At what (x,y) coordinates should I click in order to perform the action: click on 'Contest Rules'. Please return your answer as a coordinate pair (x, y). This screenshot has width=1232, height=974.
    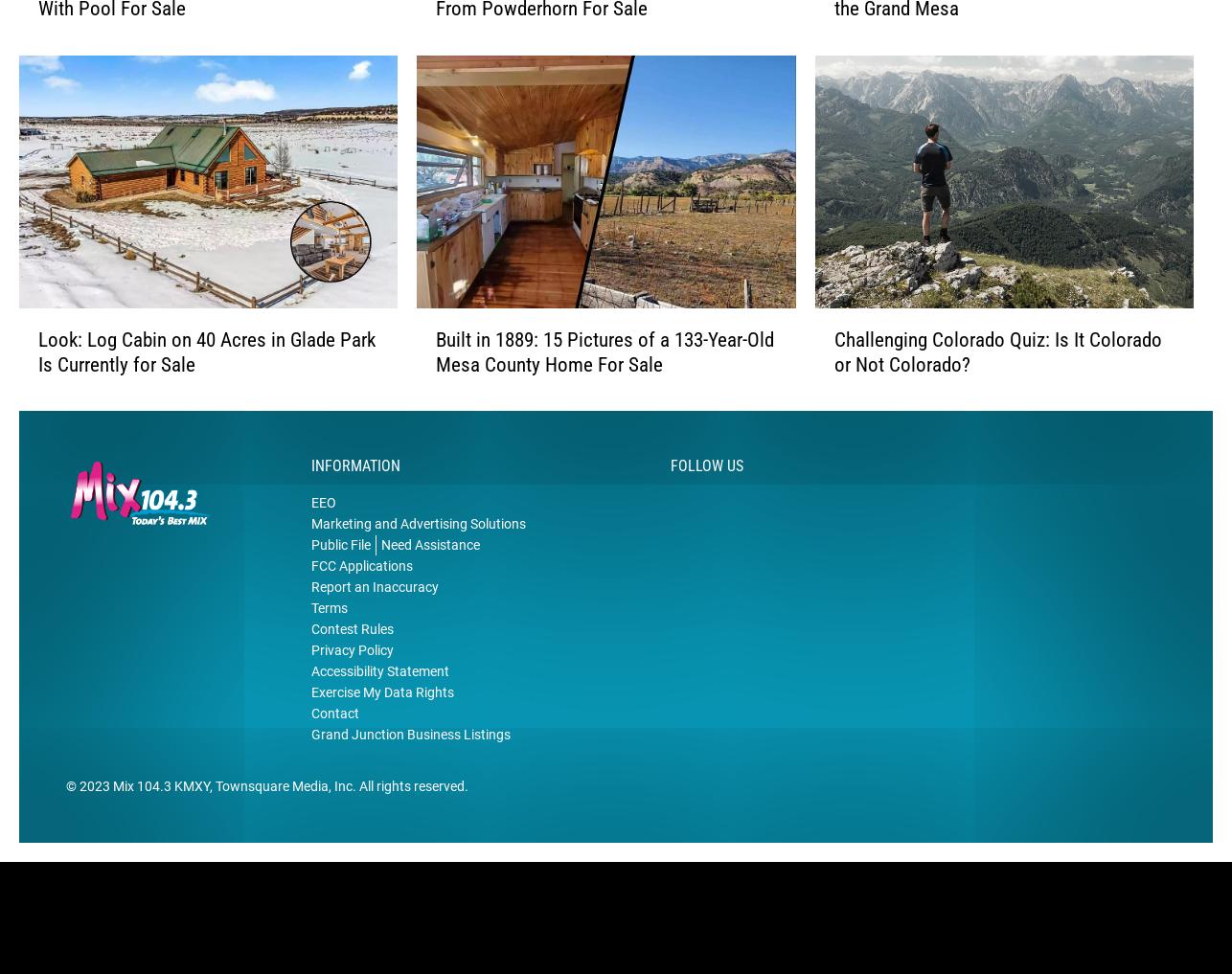
    Looking at the image, I should click on (309, 659).